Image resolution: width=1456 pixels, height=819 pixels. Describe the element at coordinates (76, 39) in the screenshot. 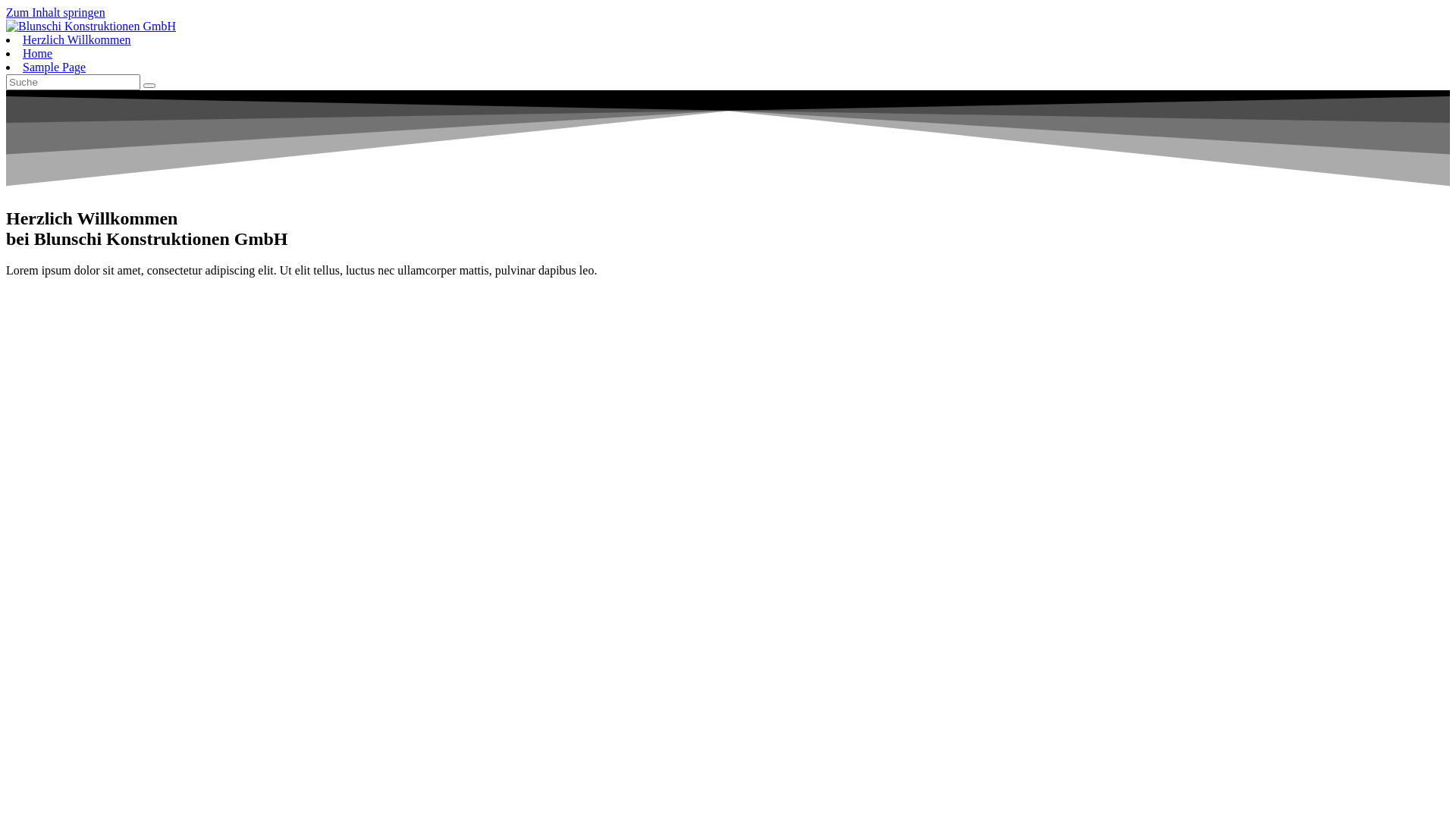

I see `'Herzlich Willkommen'` at that location.